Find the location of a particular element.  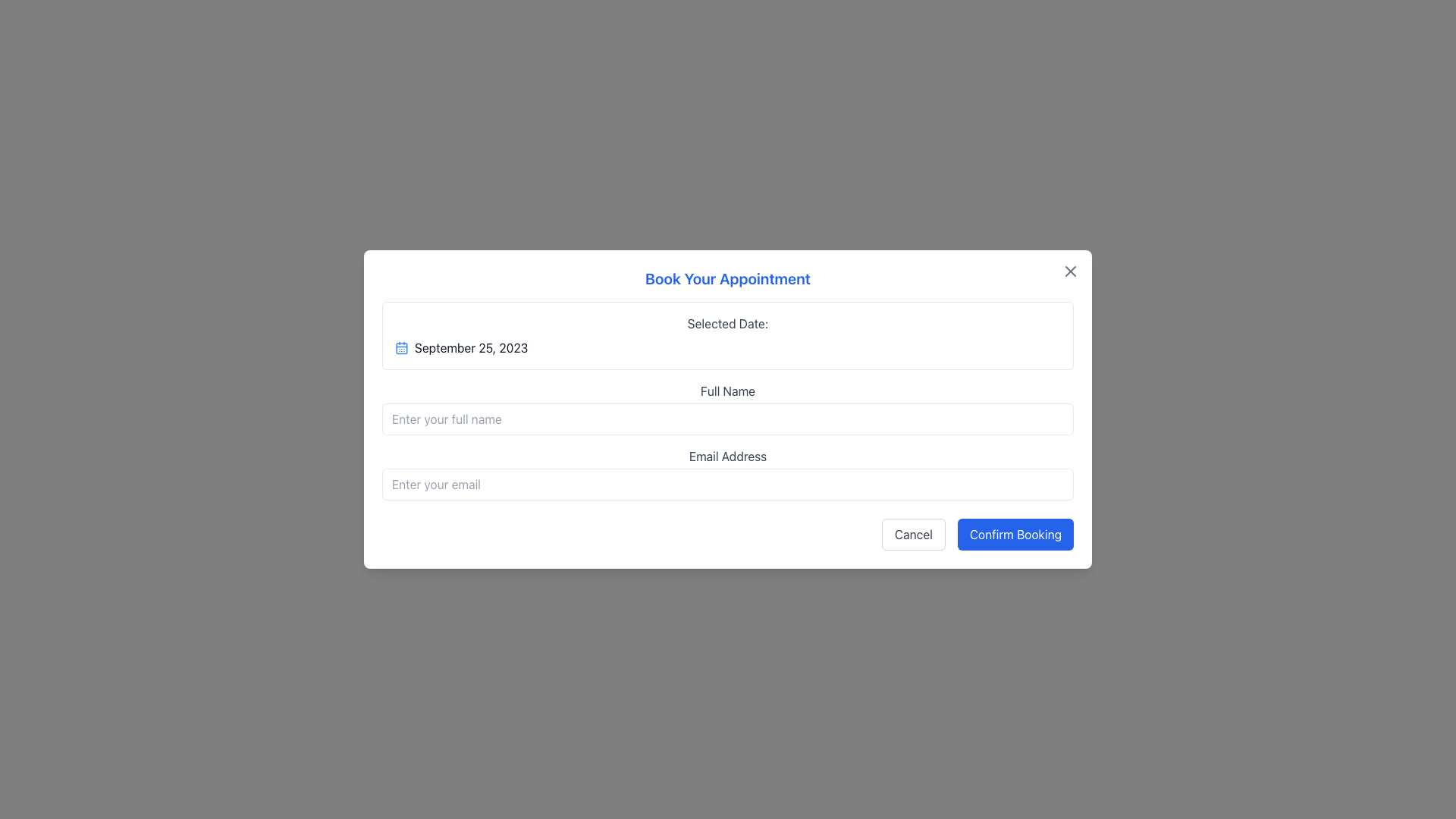

the cancellation button located in the bottom-right section of the modal dialog is located at coordinates (912, 534).